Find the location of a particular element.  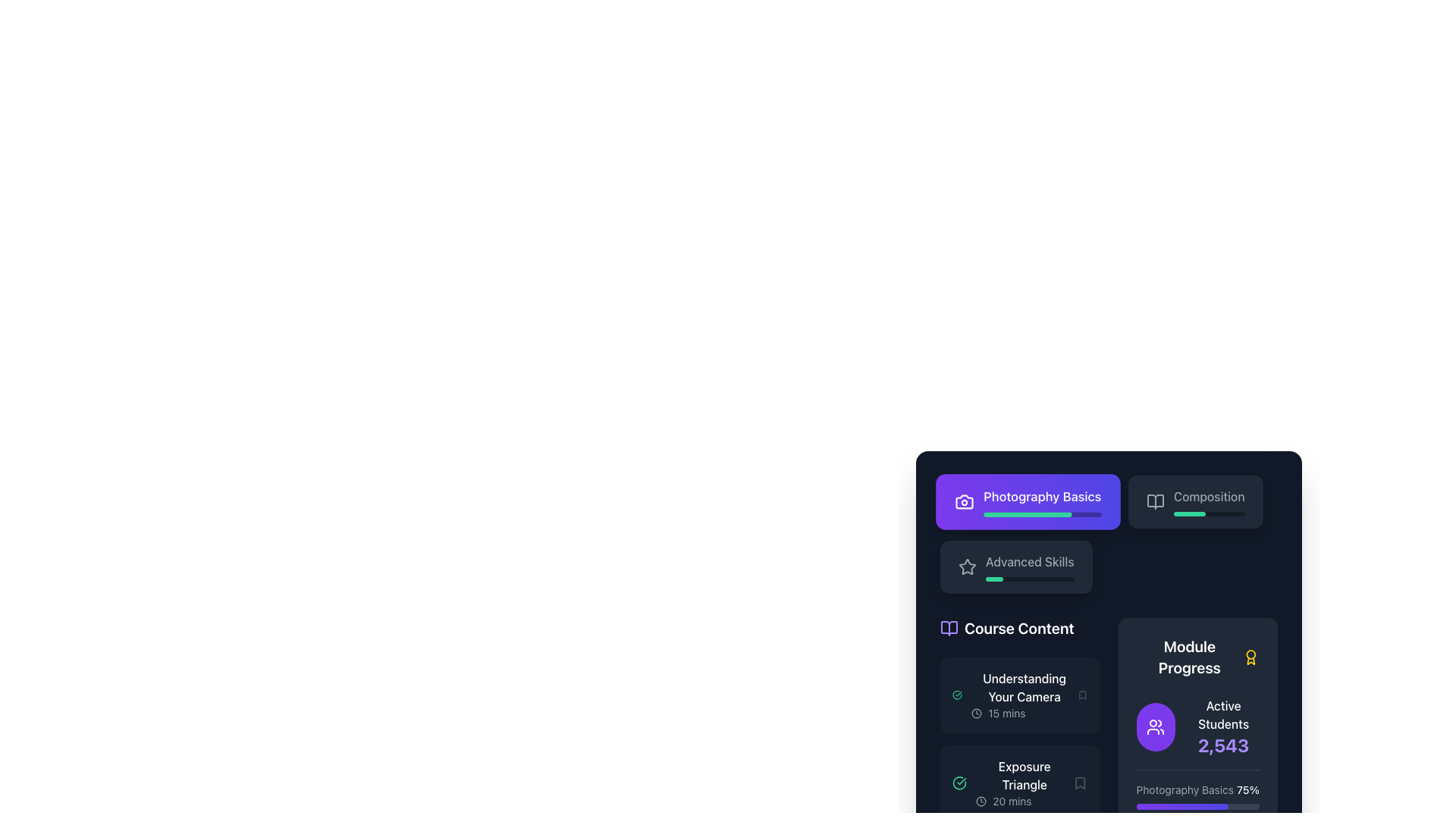

the static text label 'Understanding Your Camera', which serves as a title for a course or module, located in the upper section of the 'Course Content' area is located at coordinates (1025, 687).